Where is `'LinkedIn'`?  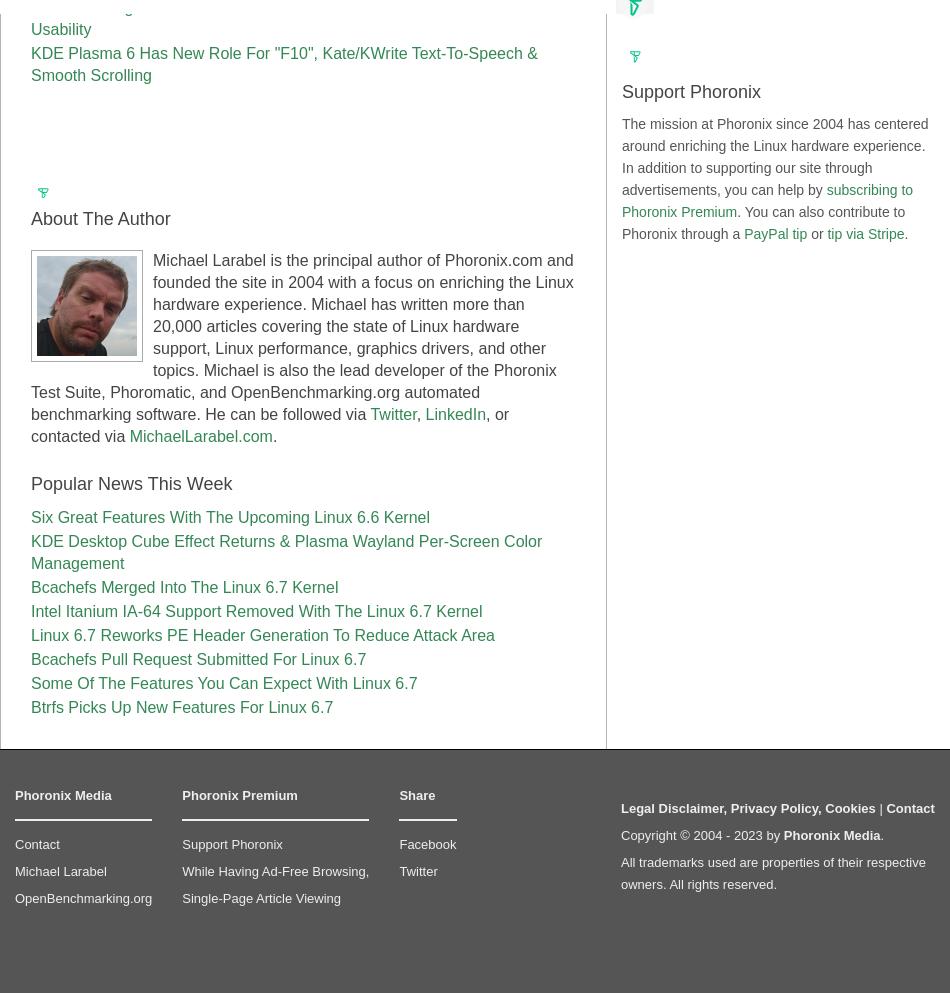 'LinkedIn' is located at coordinates (454, 413).